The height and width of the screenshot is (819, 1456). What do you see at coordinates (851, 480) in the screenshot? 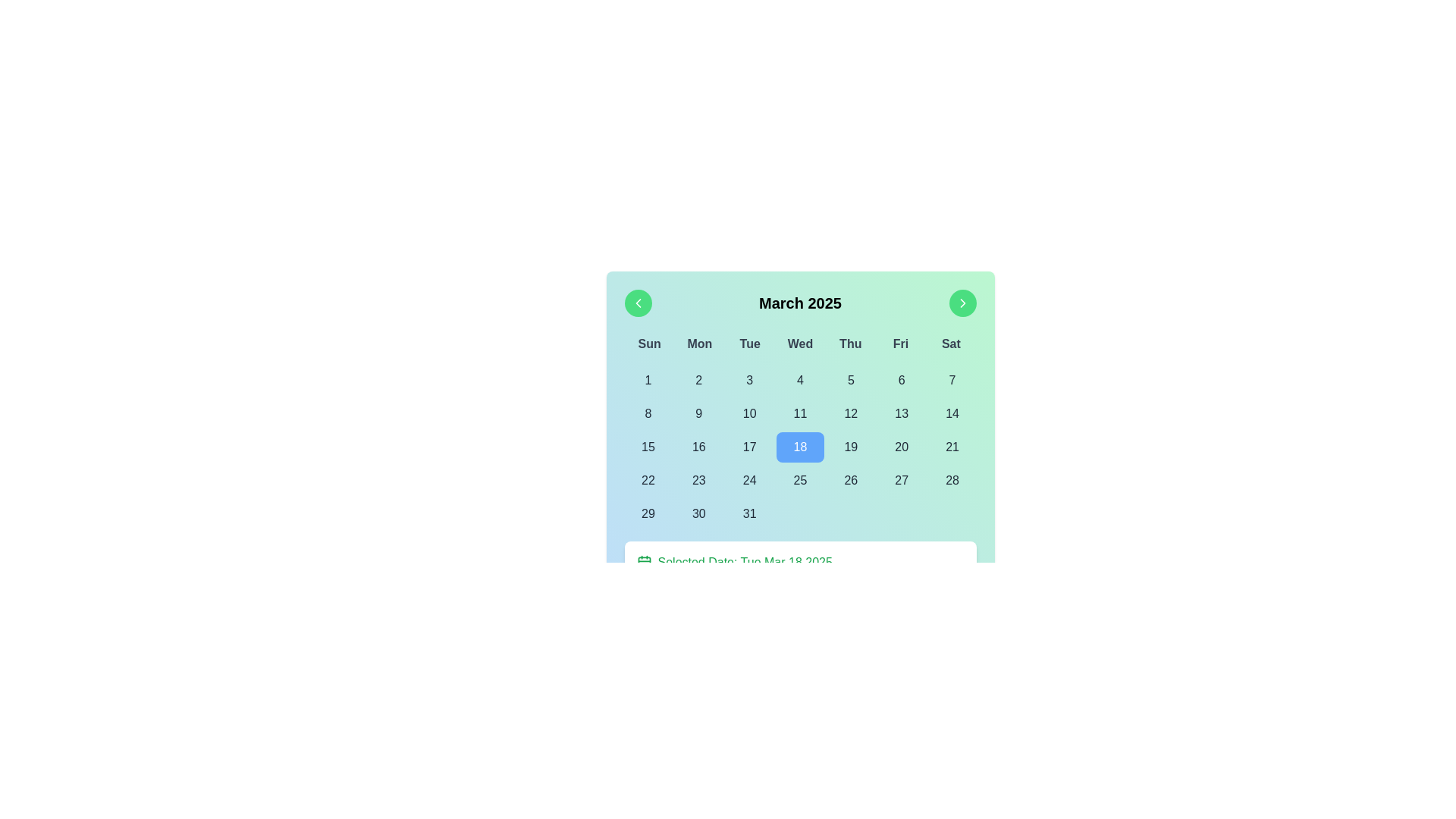
I see `the button displaying the number '26' in the calendar grid` at bounding box center [851, 480].